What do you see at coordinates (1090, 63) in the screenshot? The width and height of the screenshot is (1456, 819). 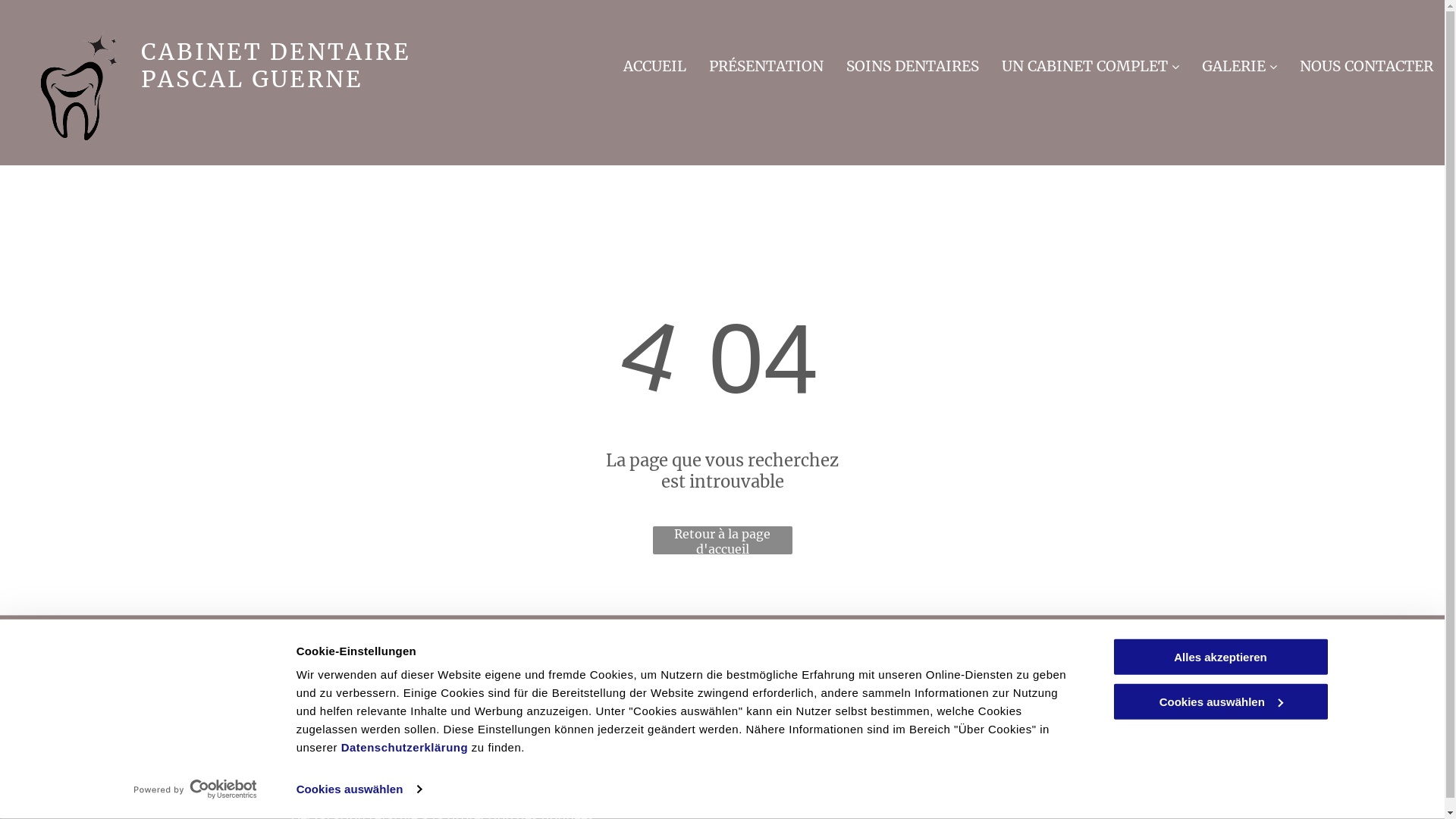 I see `'UN CABINET COMPLET'` at bounding box center [1090, 63].